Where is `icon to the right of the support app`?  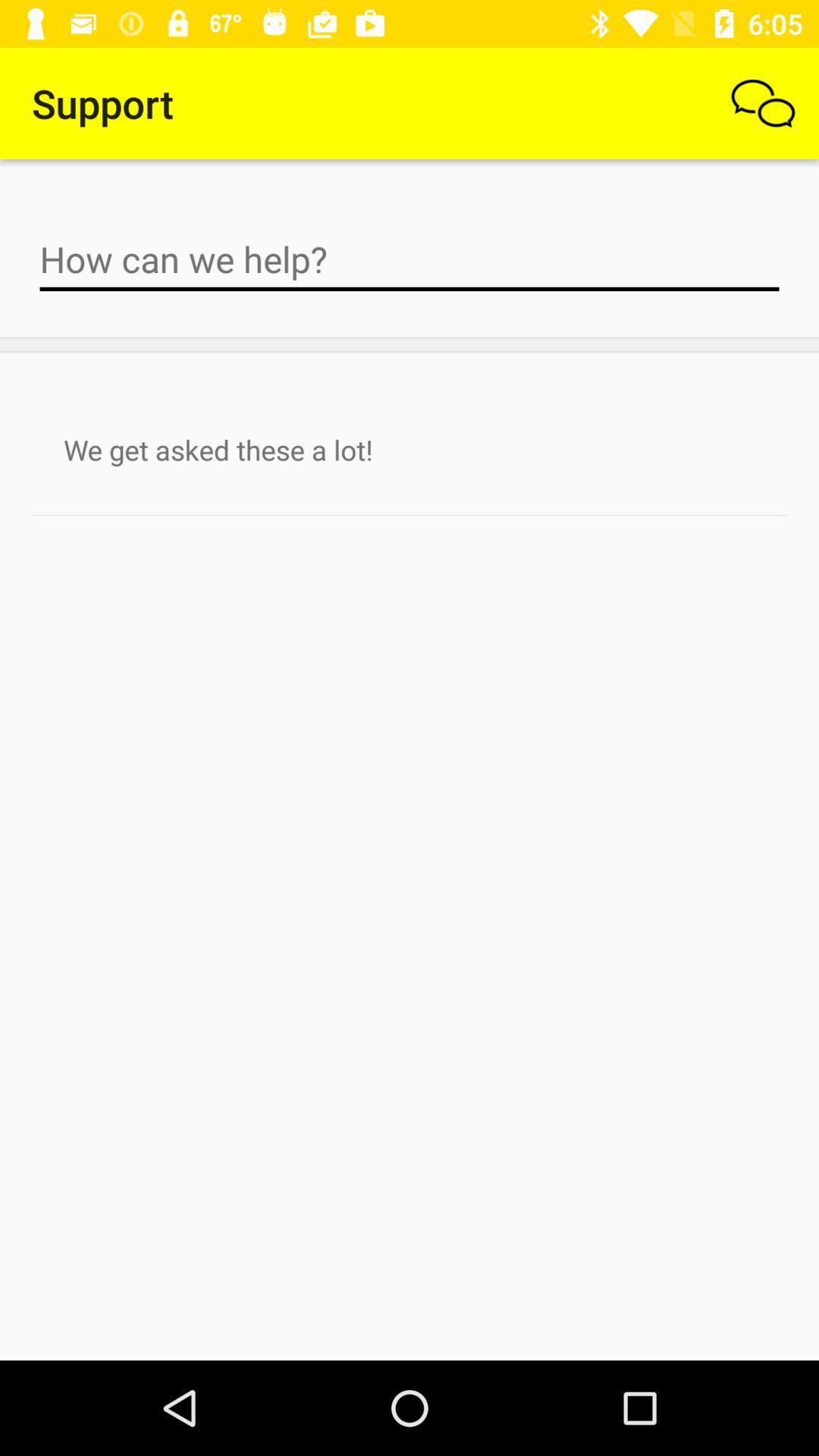
icon to the right of the support app is located at coordinates (763, 102).